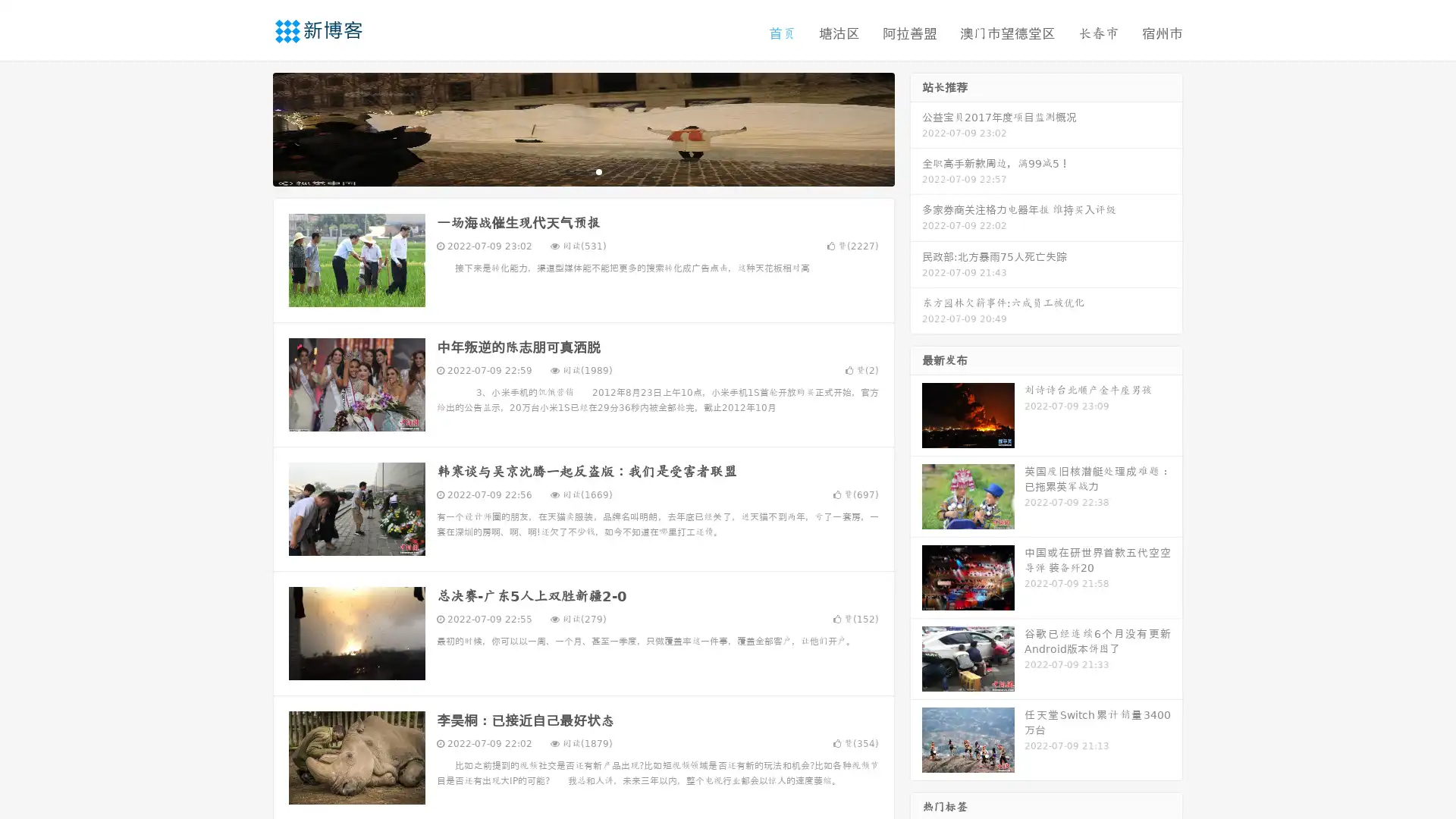  Describe the element at coordinates (916, 127) in the screenshot. I see `Next slide` at that location.